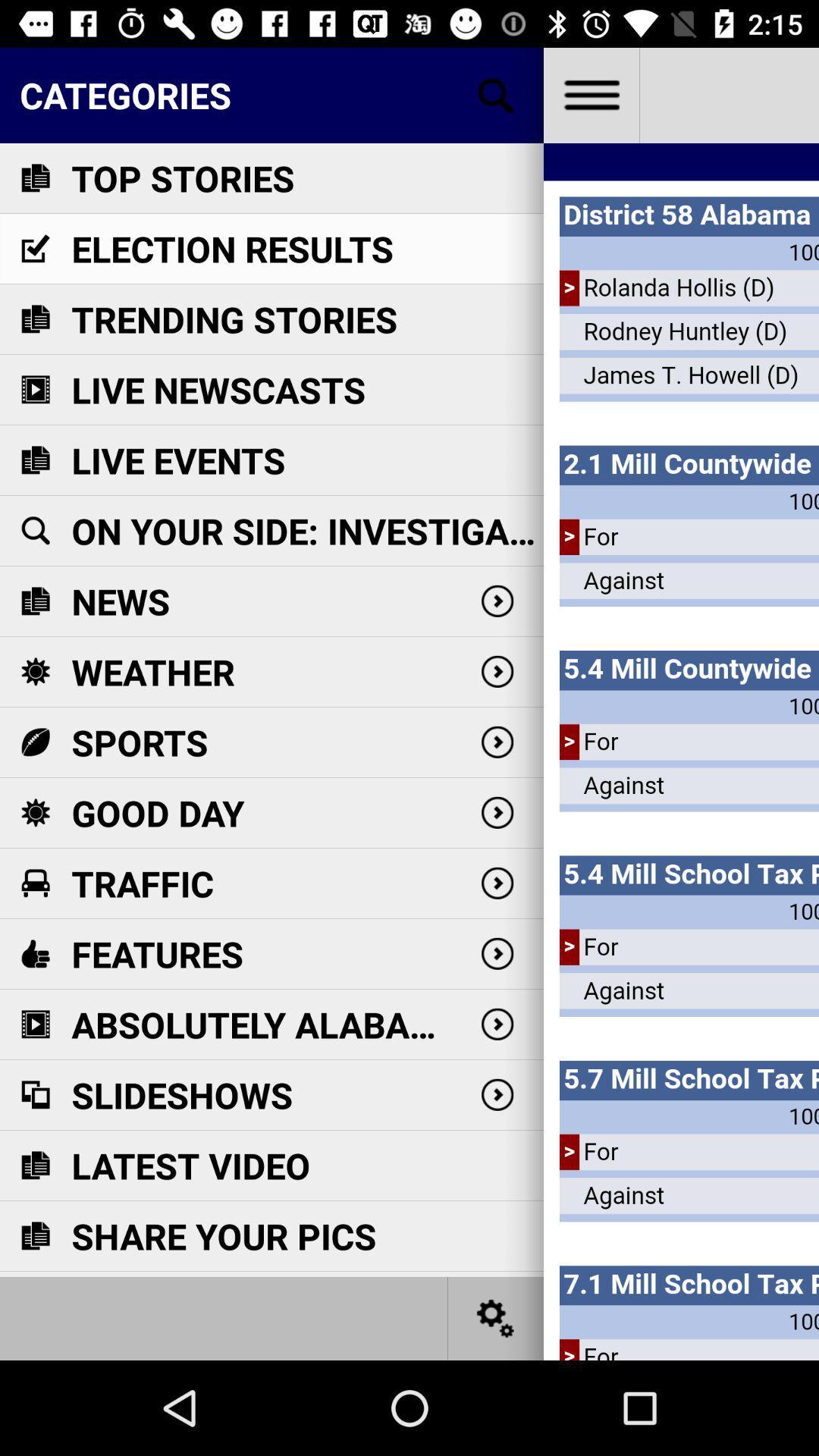  I want to click on the search icon, so click(496, 94).